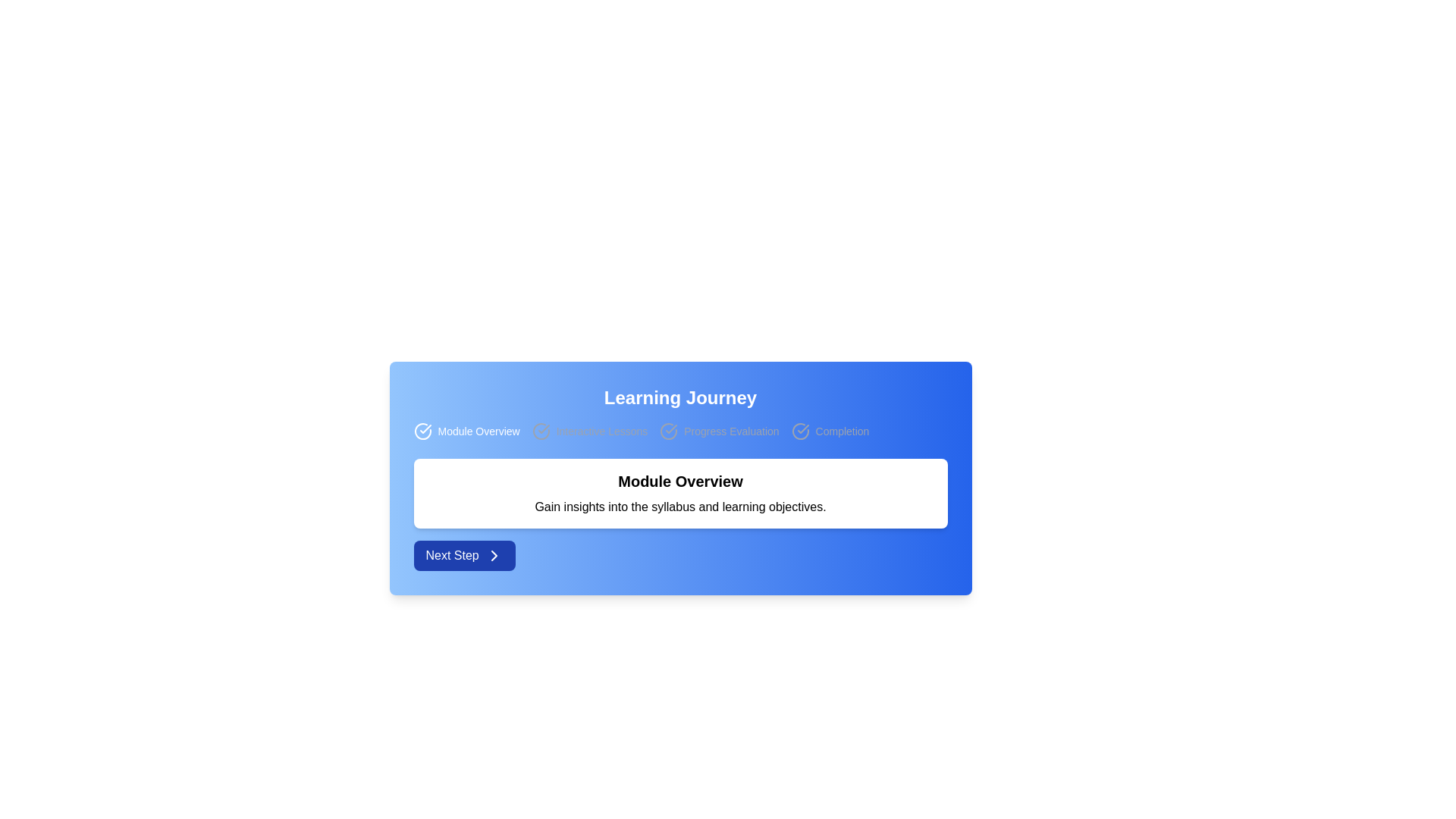 The width and height of the screenshot is (1456, 819). I want to click on the circular icon with a checkmark, which indicates task completion, located to the right of the 'Completion' label in the 'Learning Journey' section, so click(799, 431).